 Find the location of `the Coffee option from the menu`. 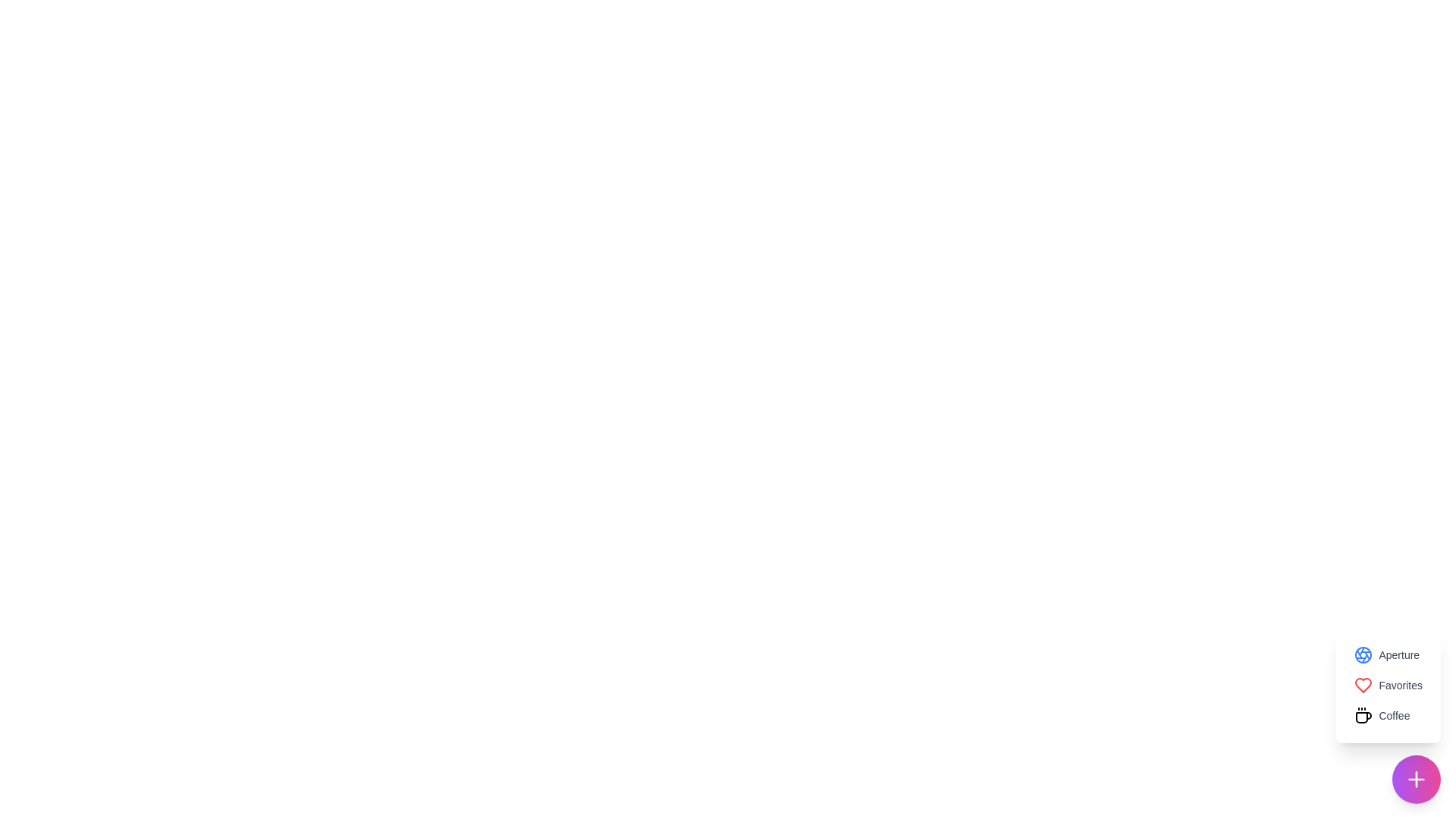

the Coffee option from the menu is located at coordinates (1382, 716).